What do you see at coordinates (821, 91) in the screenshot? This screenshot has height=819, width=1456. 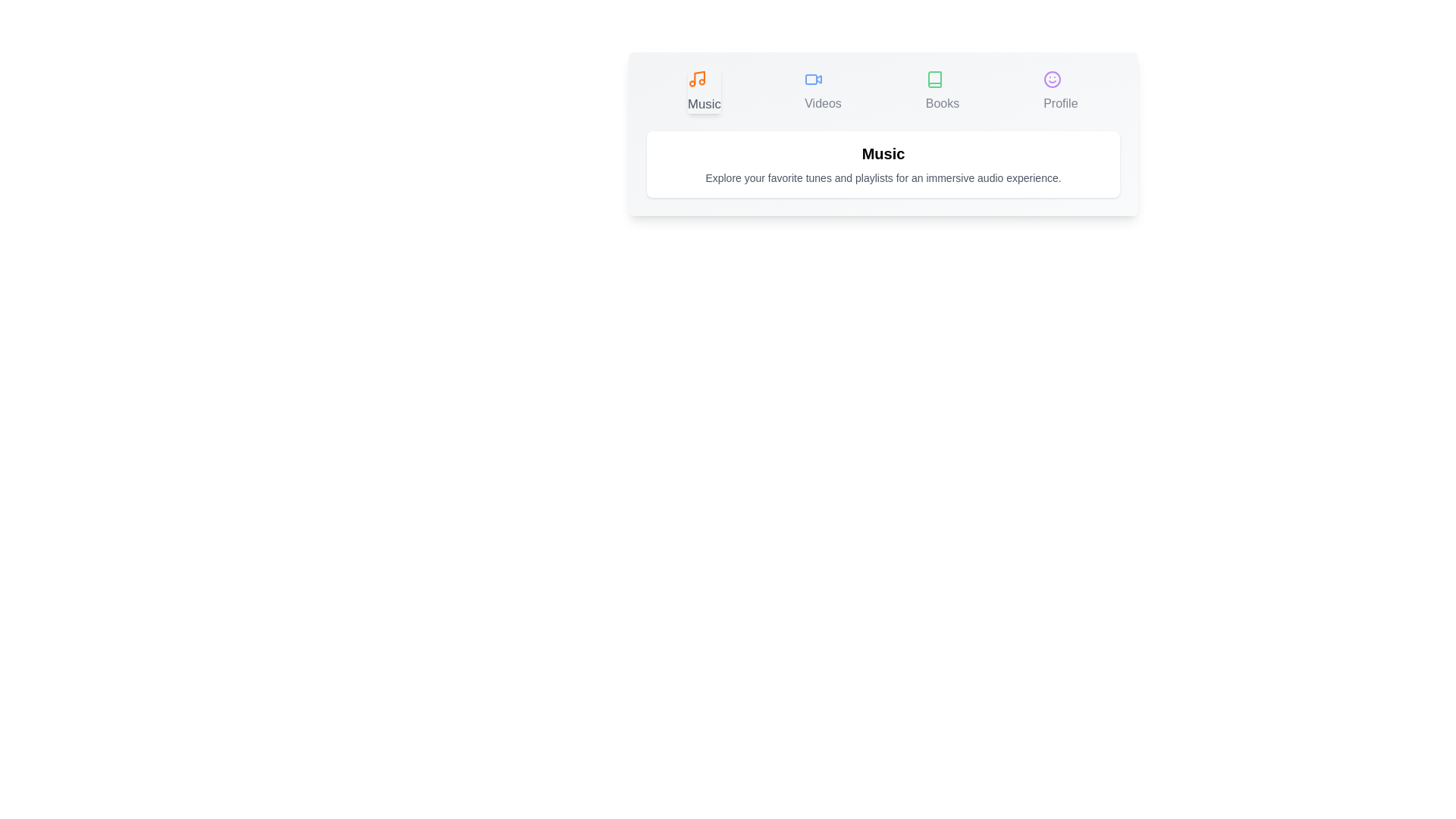 I see `the Videos tab` at bounding box center [821, 91].